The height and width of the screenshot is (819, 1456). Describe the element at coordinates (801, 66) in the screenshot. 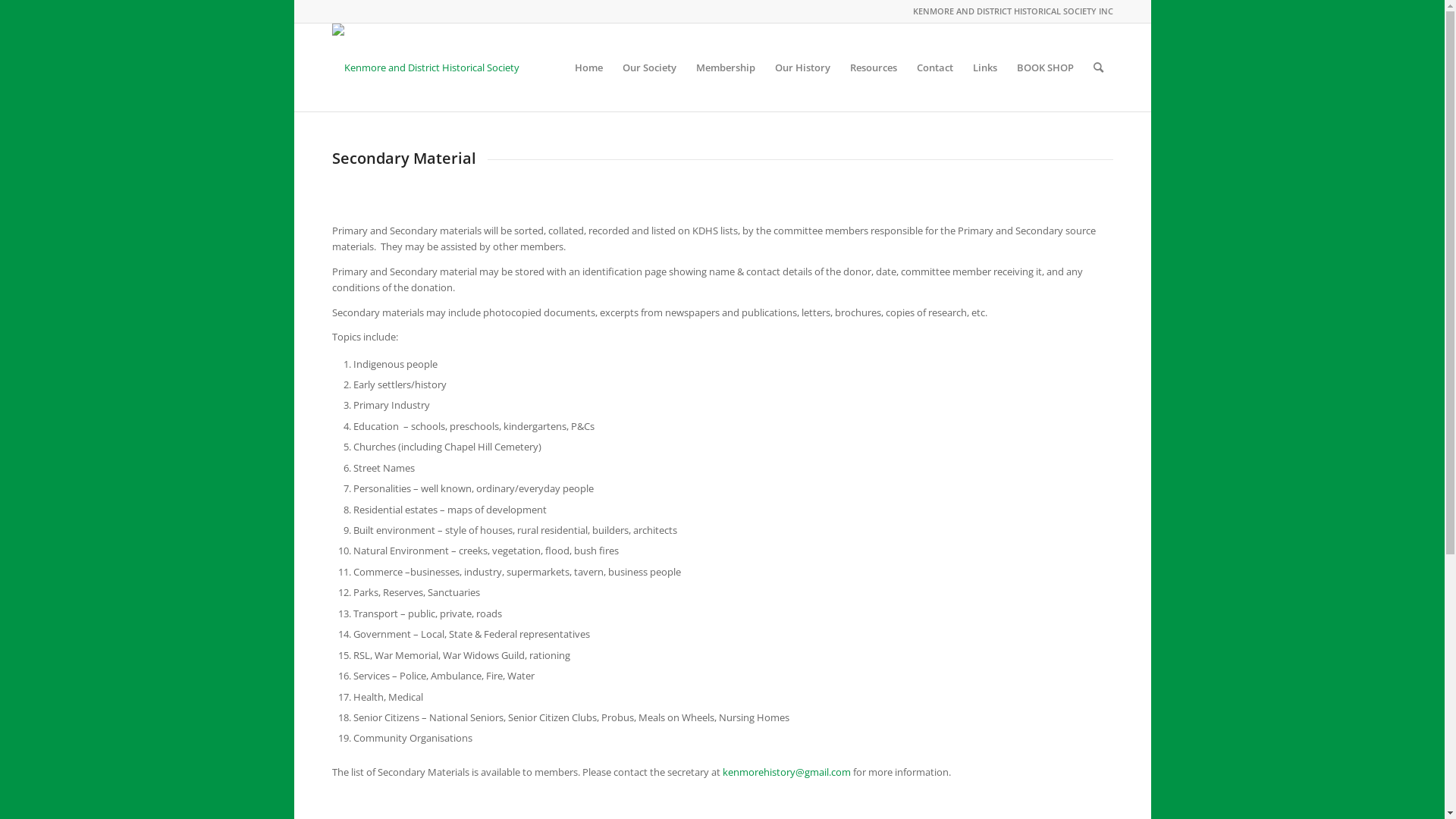

I see `'Our History'` at that location.